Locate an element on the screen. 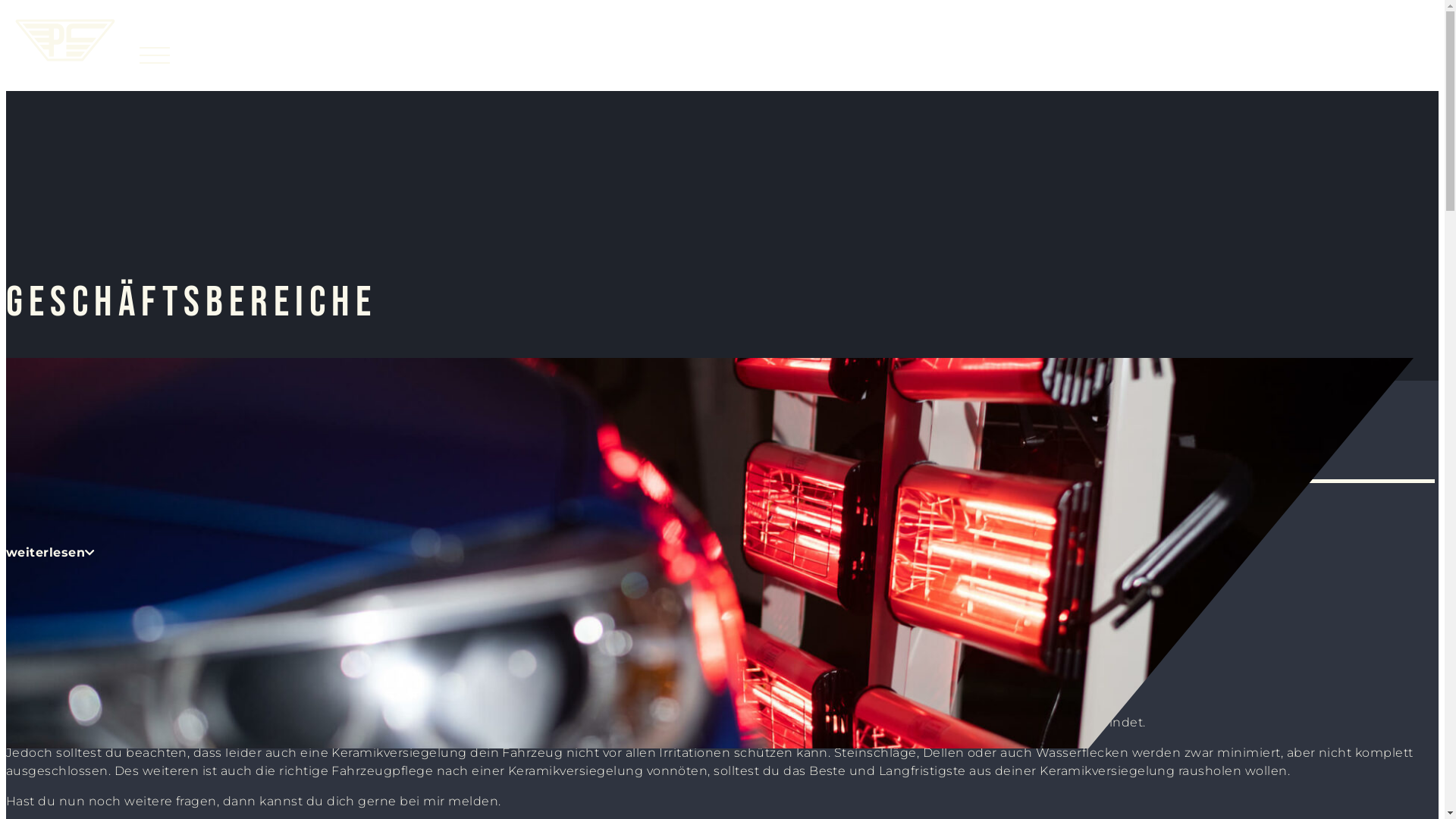 The image size is (1456, 819). 'weiterlesen' is located at coordinates (51, 552).